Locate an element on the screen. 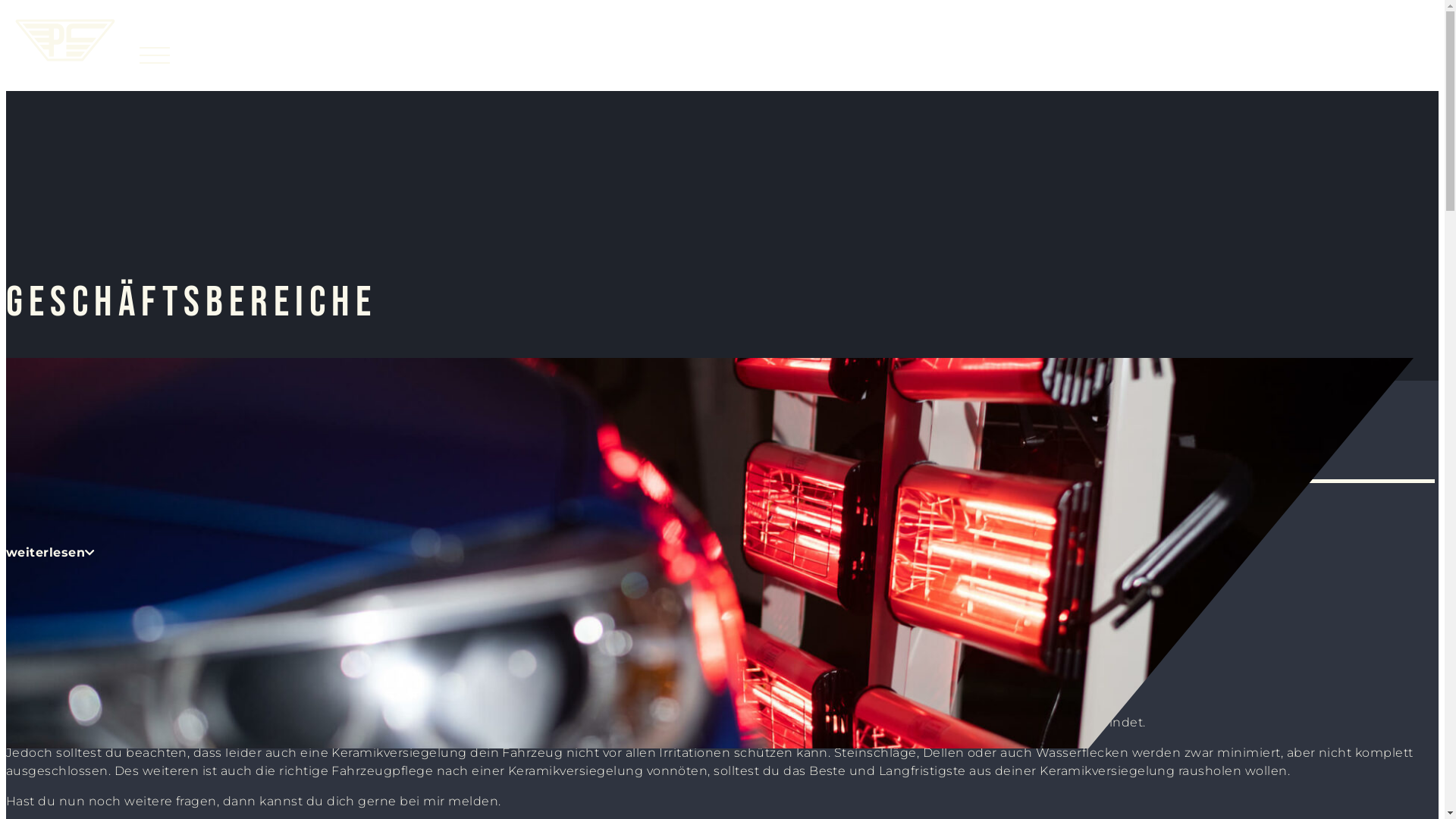 The image size is (1456, 819). 'weiterlesen' is located at coordinates (51, 552).